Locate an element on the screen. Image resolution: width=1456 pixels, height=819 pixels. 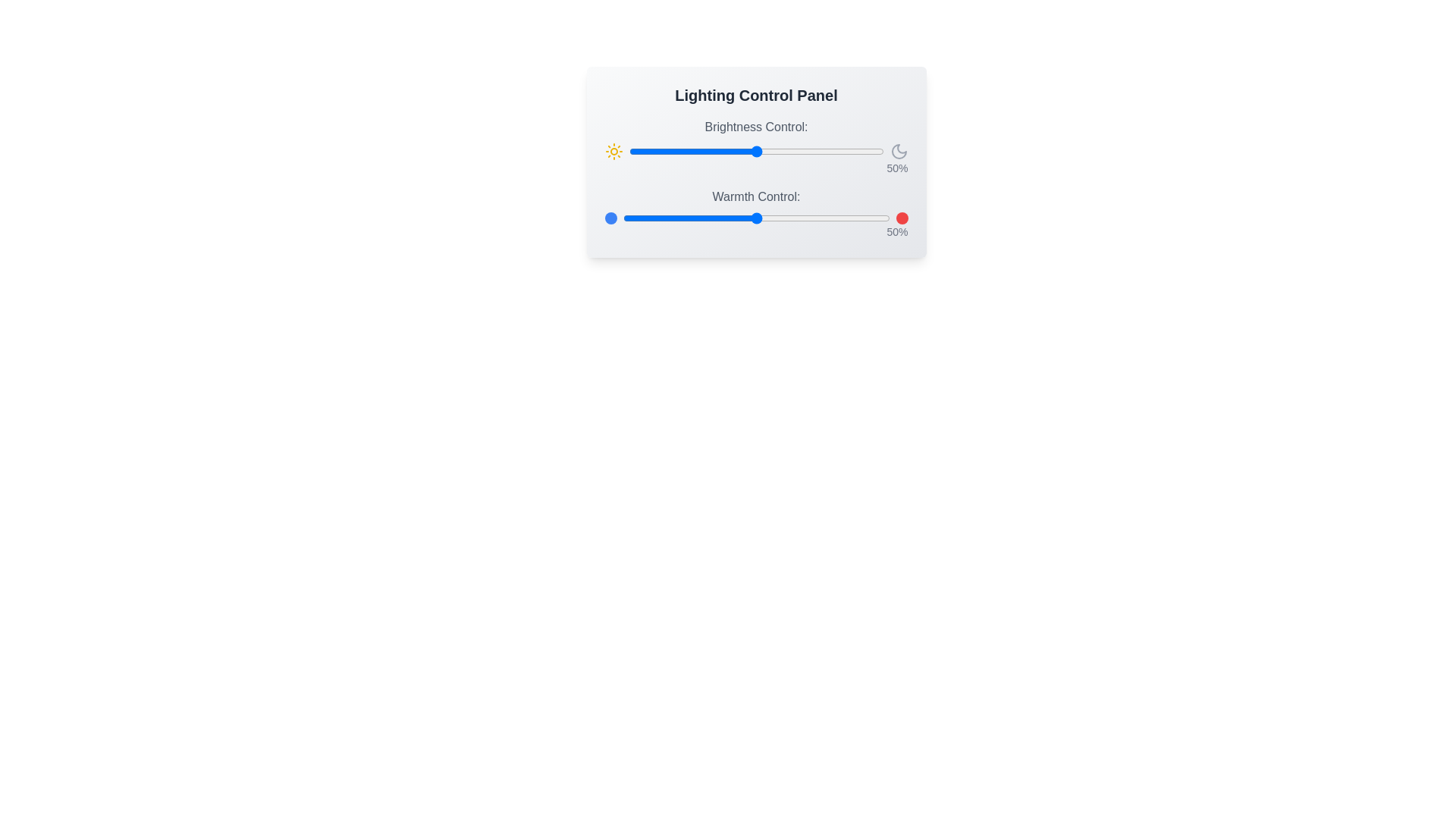
brightness is located at coordinates (821, 152).